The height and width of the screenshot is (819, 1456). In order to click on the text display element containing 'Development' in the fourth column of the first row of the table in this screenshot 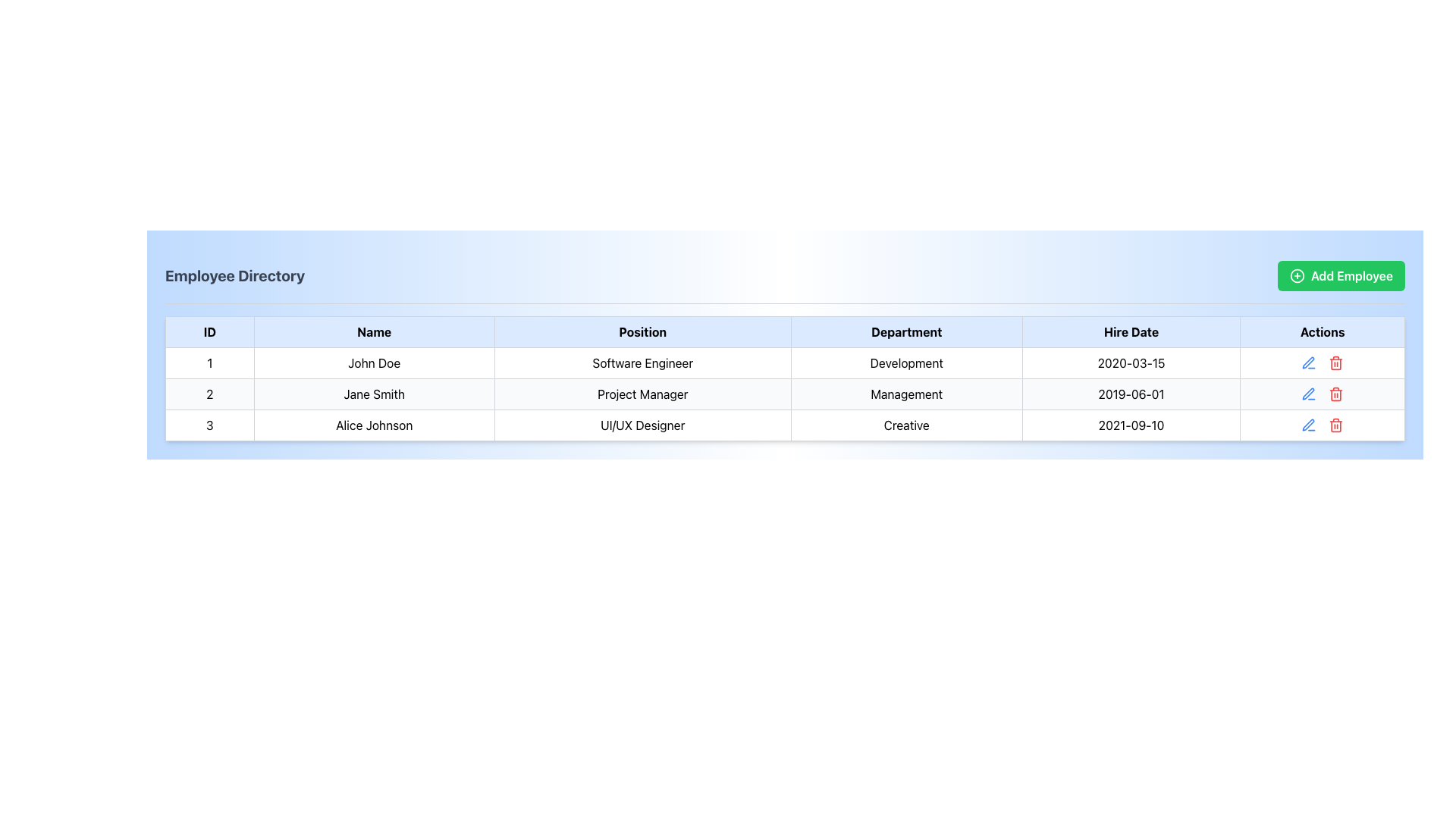, I will do `click(906, 362)`.